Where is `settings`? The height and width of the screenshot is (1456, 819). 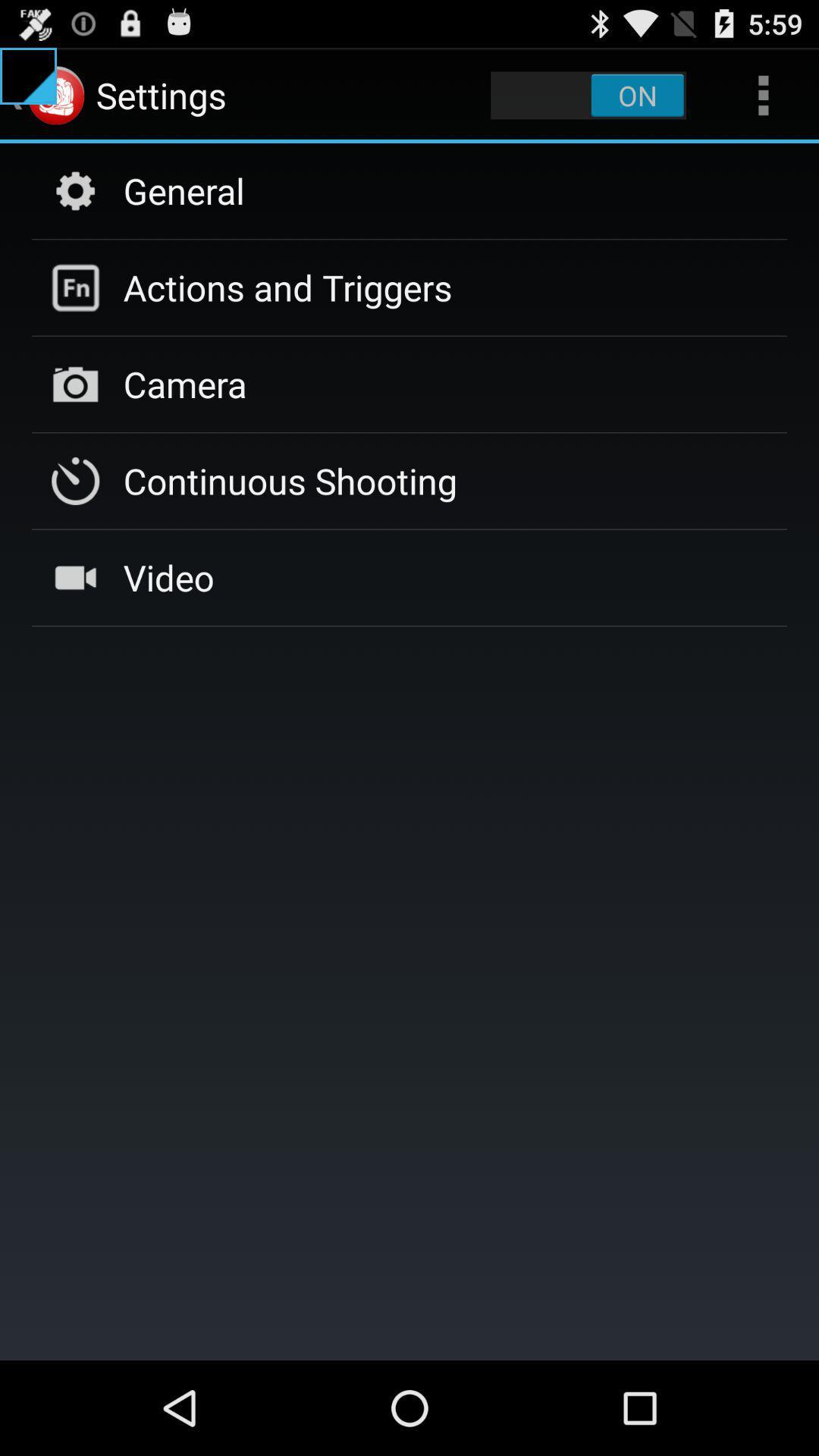
settings is located at coordinates (588, 94).